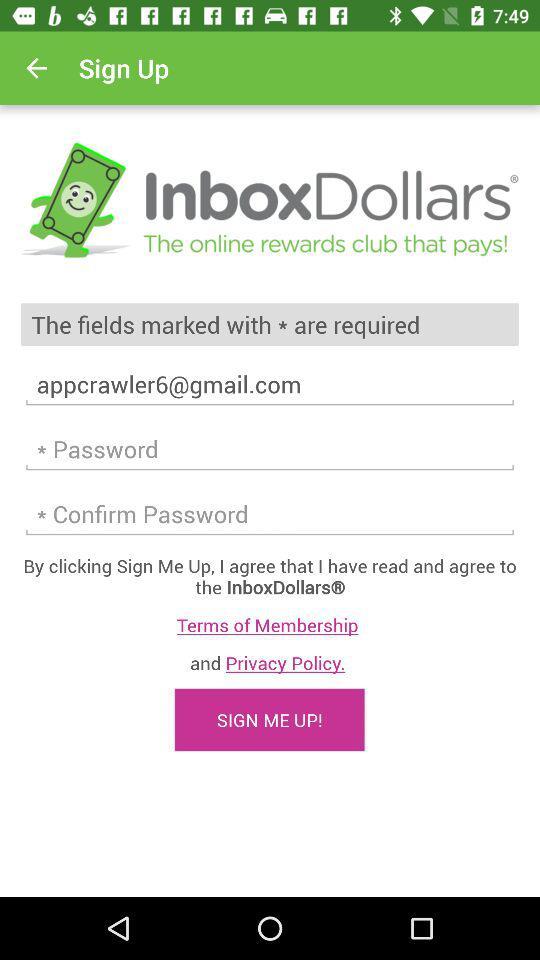 Image resolution: width=540 pixels, height=960 pixels. What do you see at coordinates (270, 624) in the screenshot?
I see `item above the and privacy policy.  icon` at bounding box center [270, 624].